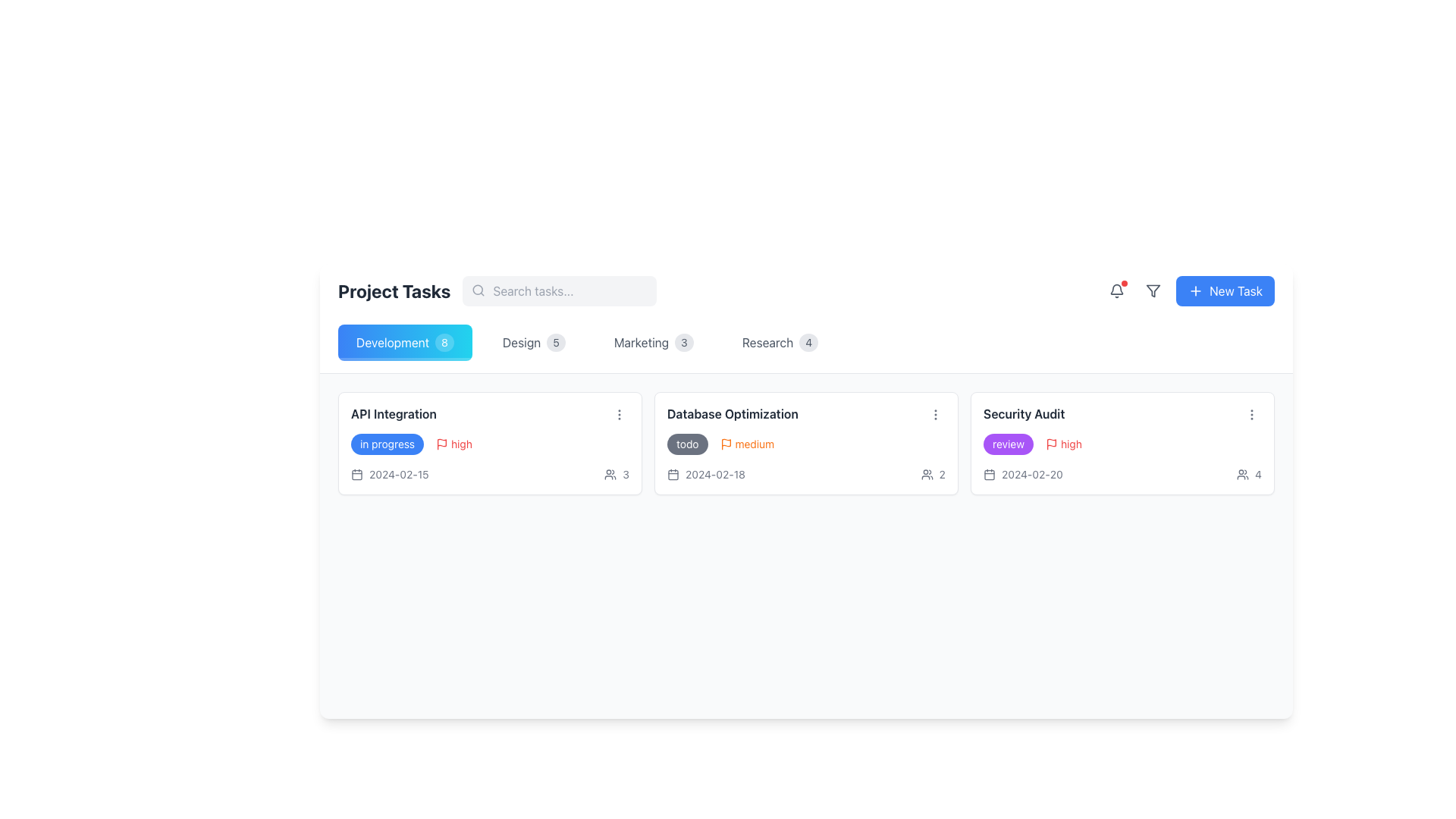  Describe the element at coordinates (714, 473) in the screenshot. I see `the text label displaying the date related to the 'Database Optimization' task` at that location.